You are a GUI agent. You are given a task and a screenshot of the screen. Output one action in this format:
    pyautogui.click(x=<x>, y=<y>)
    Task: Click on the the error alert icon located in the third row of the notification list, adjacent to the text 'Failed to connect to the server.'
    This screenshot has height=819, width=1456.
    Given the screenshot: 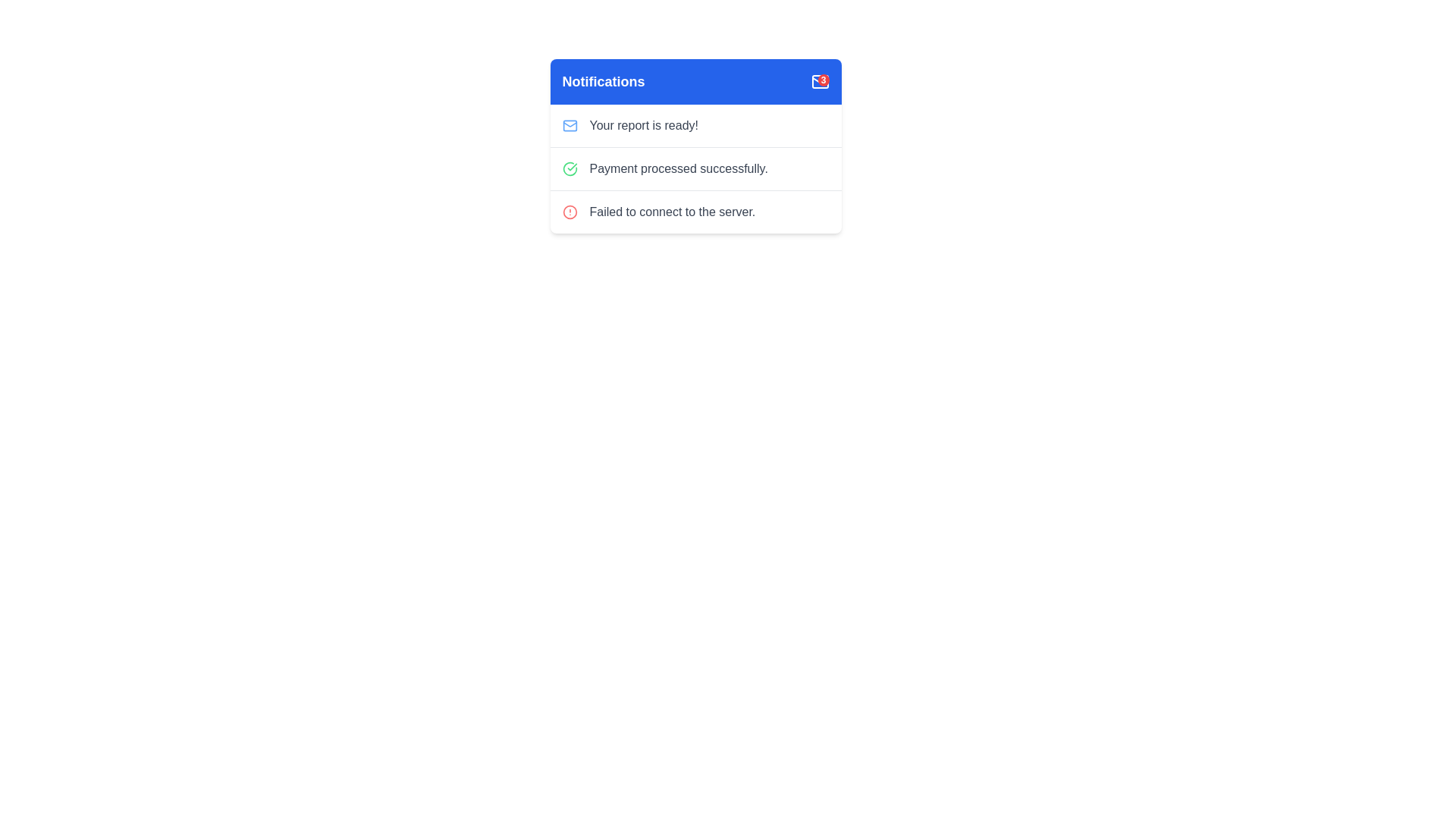 What is the action you would take?
    pyautogui.click(x=569, y=212)
    